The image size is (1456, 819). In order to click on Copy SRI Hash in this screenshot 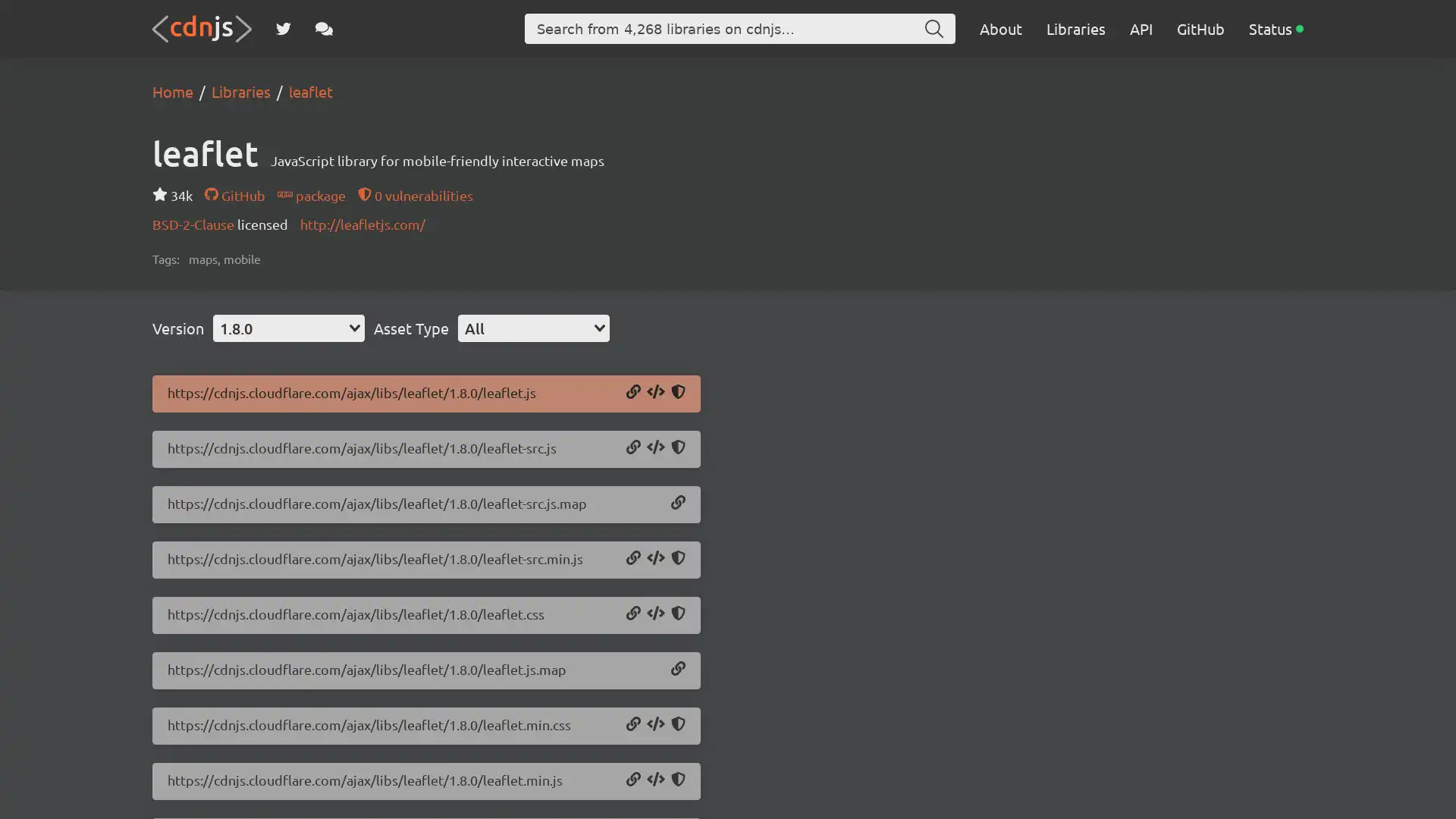, I will do `click(677, 447)`.